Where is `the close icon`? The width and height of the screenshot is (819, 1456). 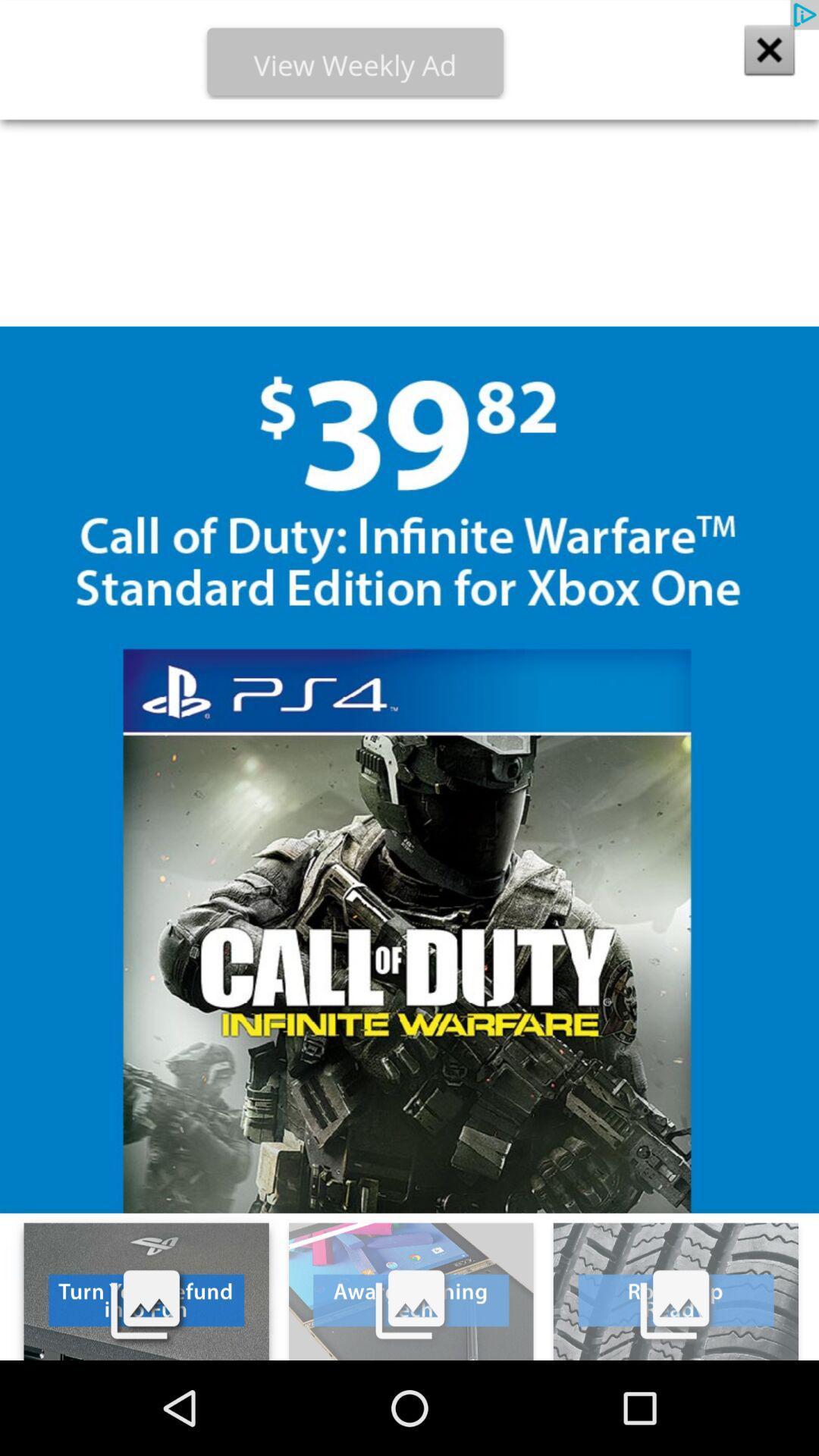 the close icon is located at coordinates (769, 53).